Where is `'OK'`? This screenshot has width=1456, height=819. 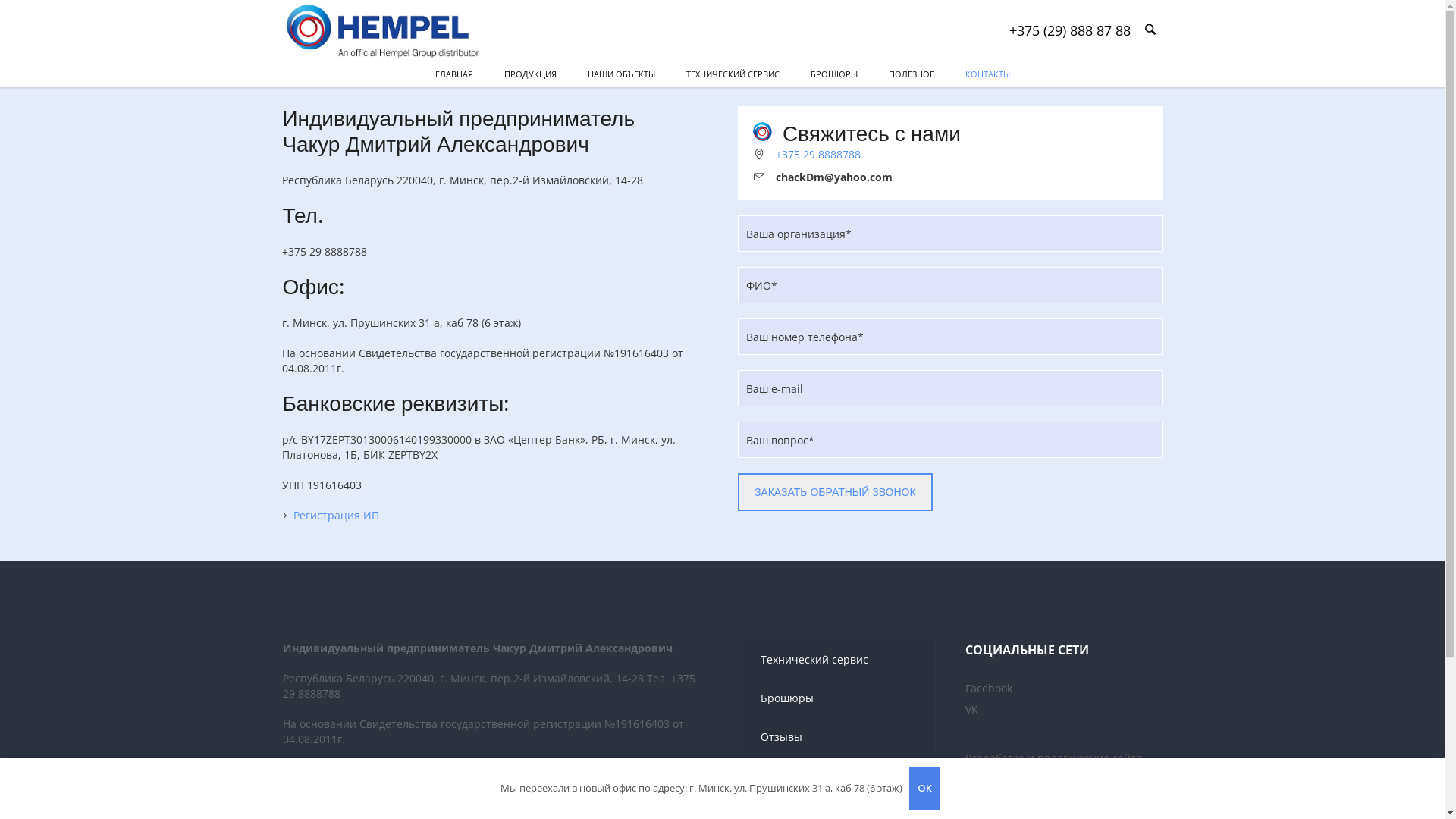 'OK' is located at coordinates (909, 788).